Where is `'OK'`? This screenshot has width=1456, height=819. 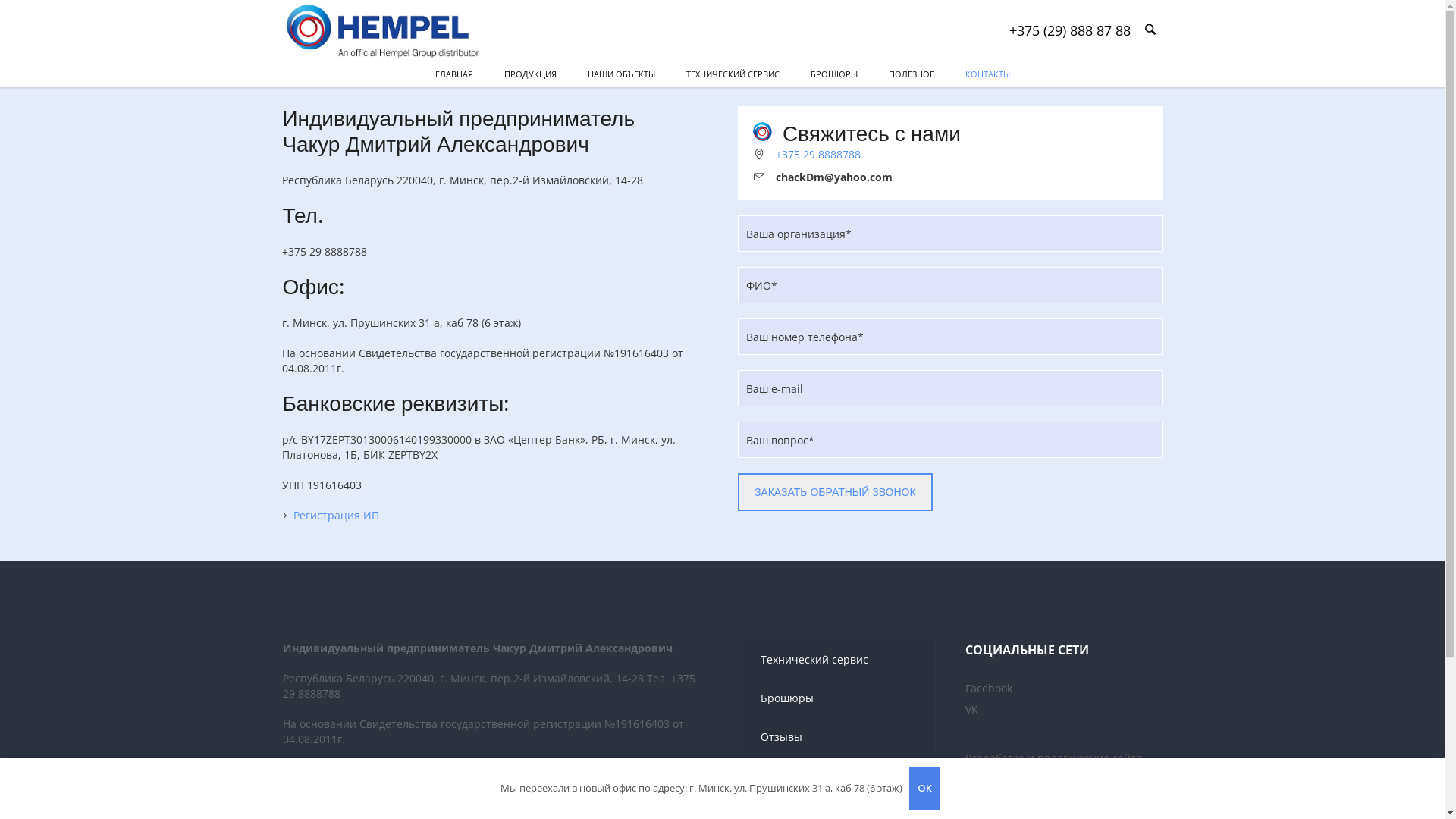 'OK' is located at coordinates (909, 788).